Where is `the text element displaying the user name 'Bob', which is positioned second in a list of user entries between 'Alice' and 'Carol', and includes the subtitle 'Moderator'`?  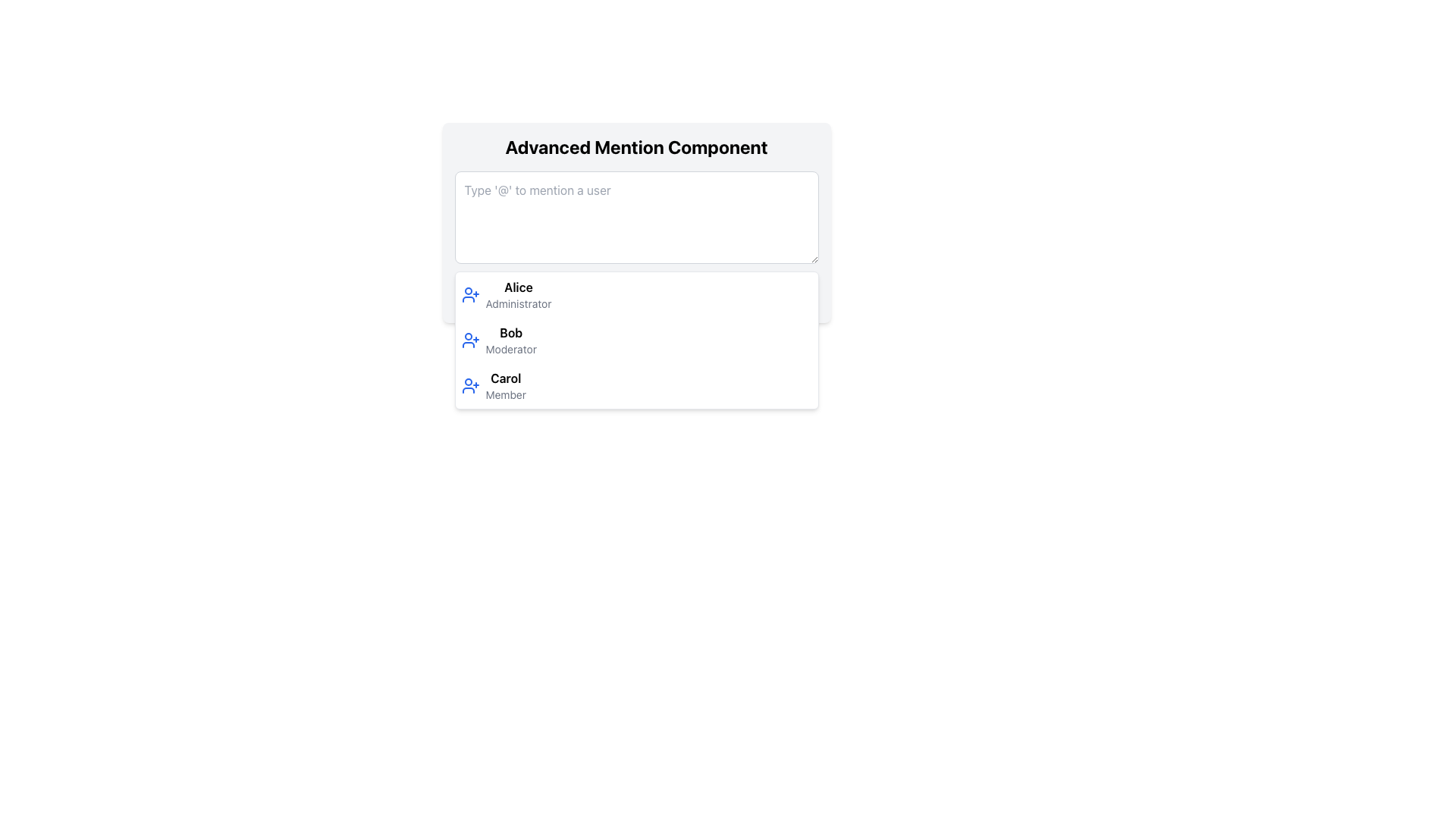
the text element displaying the user name 'Bob', which is positioned second in a list of user entries between 'Alice' and 'Carol', and includes the subtitle 'Moderator' is located at coordinates (511, 332).